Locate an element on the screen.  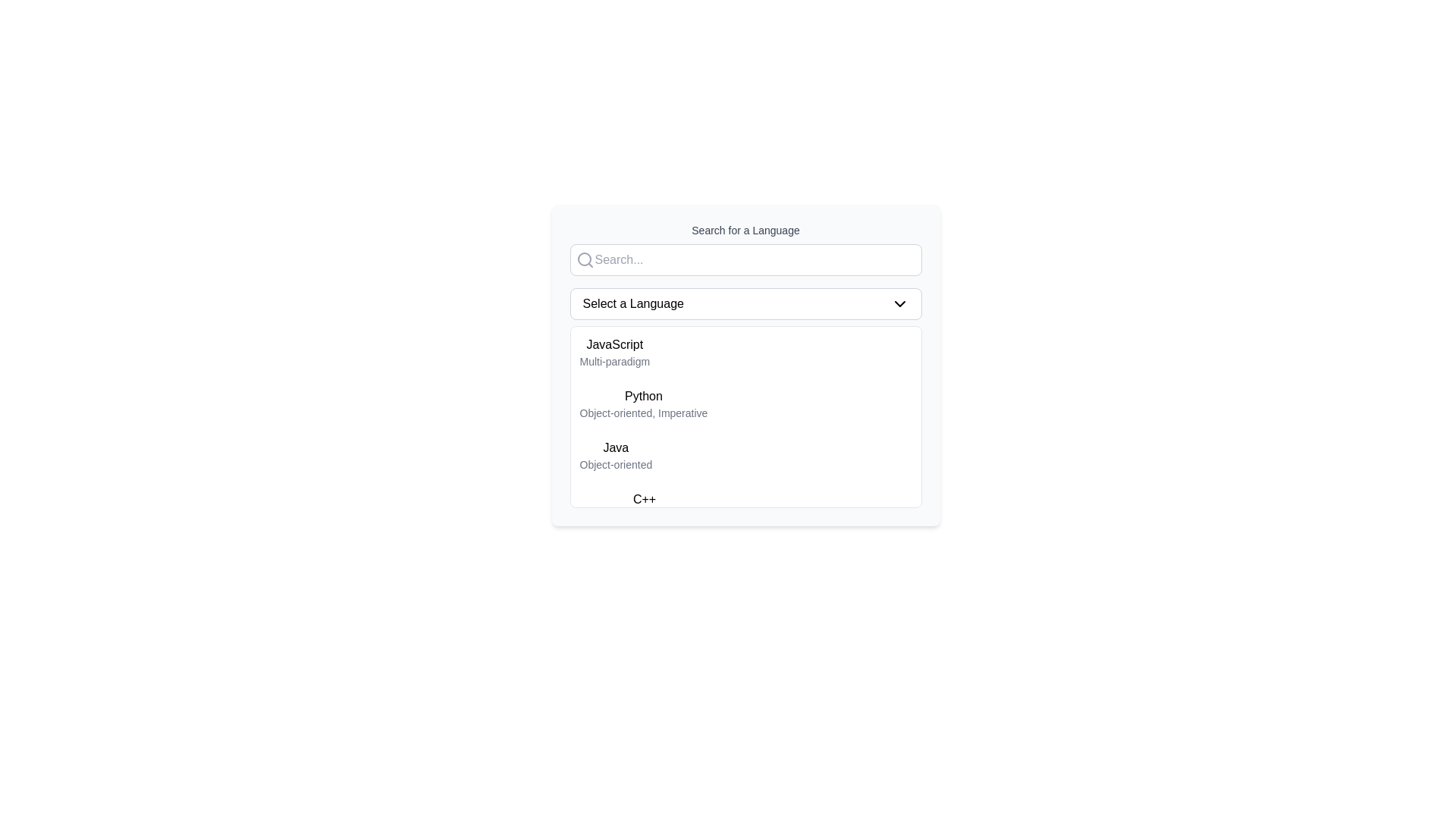
the informational text label that describes the 'Java' programming language, located directly beneath the 'Java' label is located at coordinates (616, 464).